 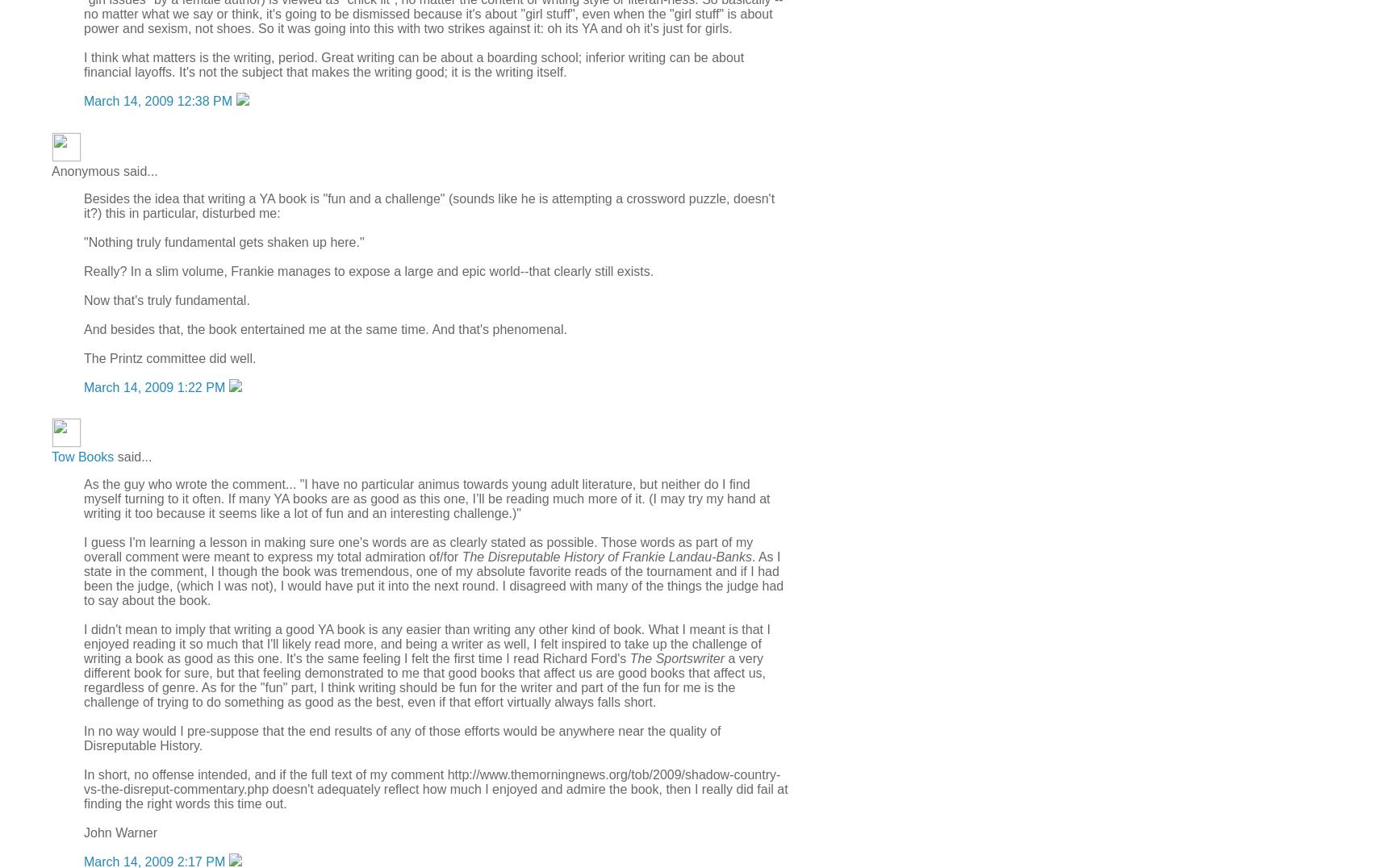 I want to click on 'March 14, 2009 1:22 PM', so click(x=83, y=386).